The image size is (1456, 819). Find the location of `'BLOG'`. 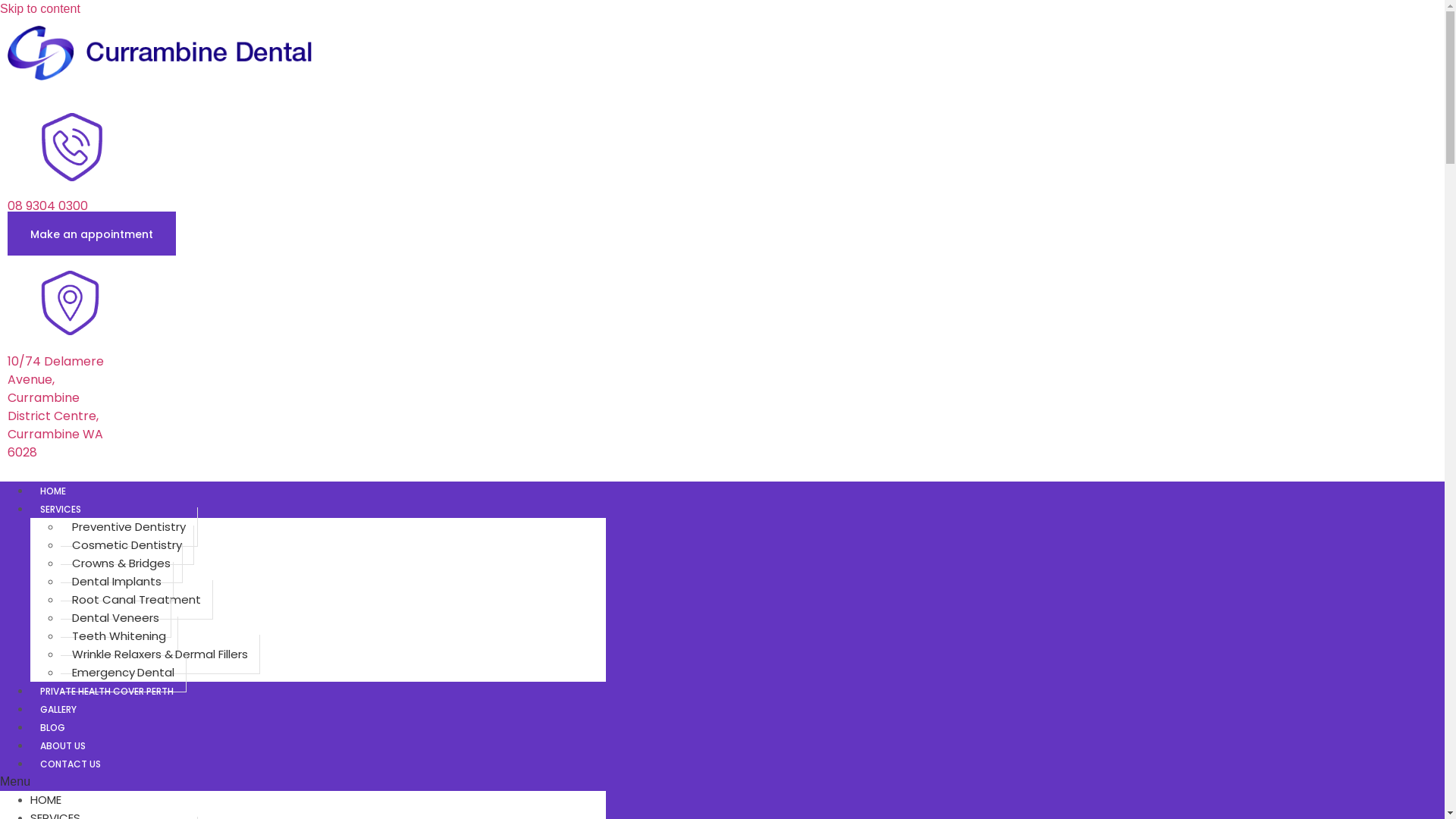

'BLOG' is located at coordinates (53, 725).